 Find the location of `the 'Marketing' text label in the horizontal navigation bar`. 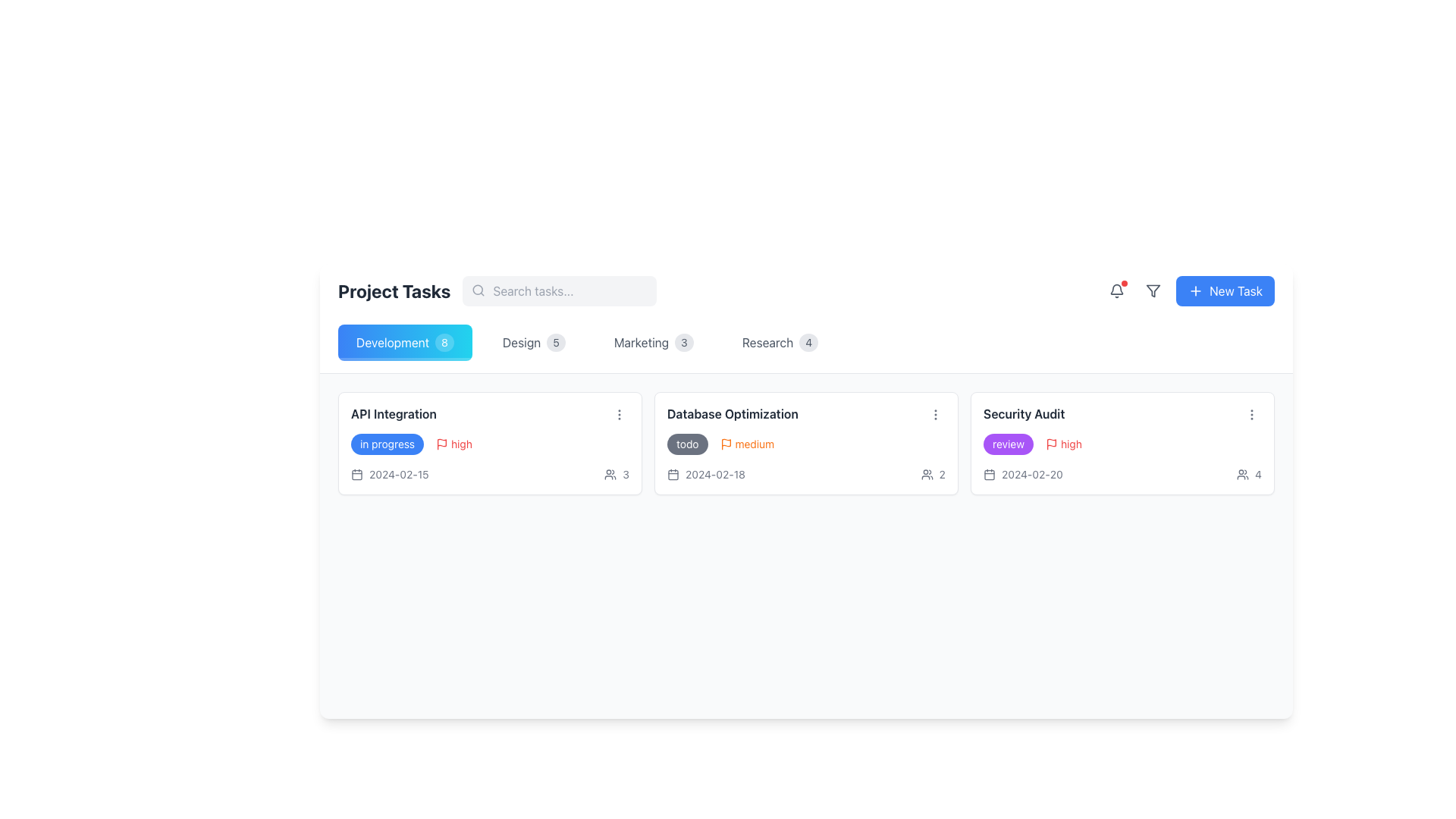

the 'Marketing' text label in the horizontal navigation bar is located at coordinates (641, 342).